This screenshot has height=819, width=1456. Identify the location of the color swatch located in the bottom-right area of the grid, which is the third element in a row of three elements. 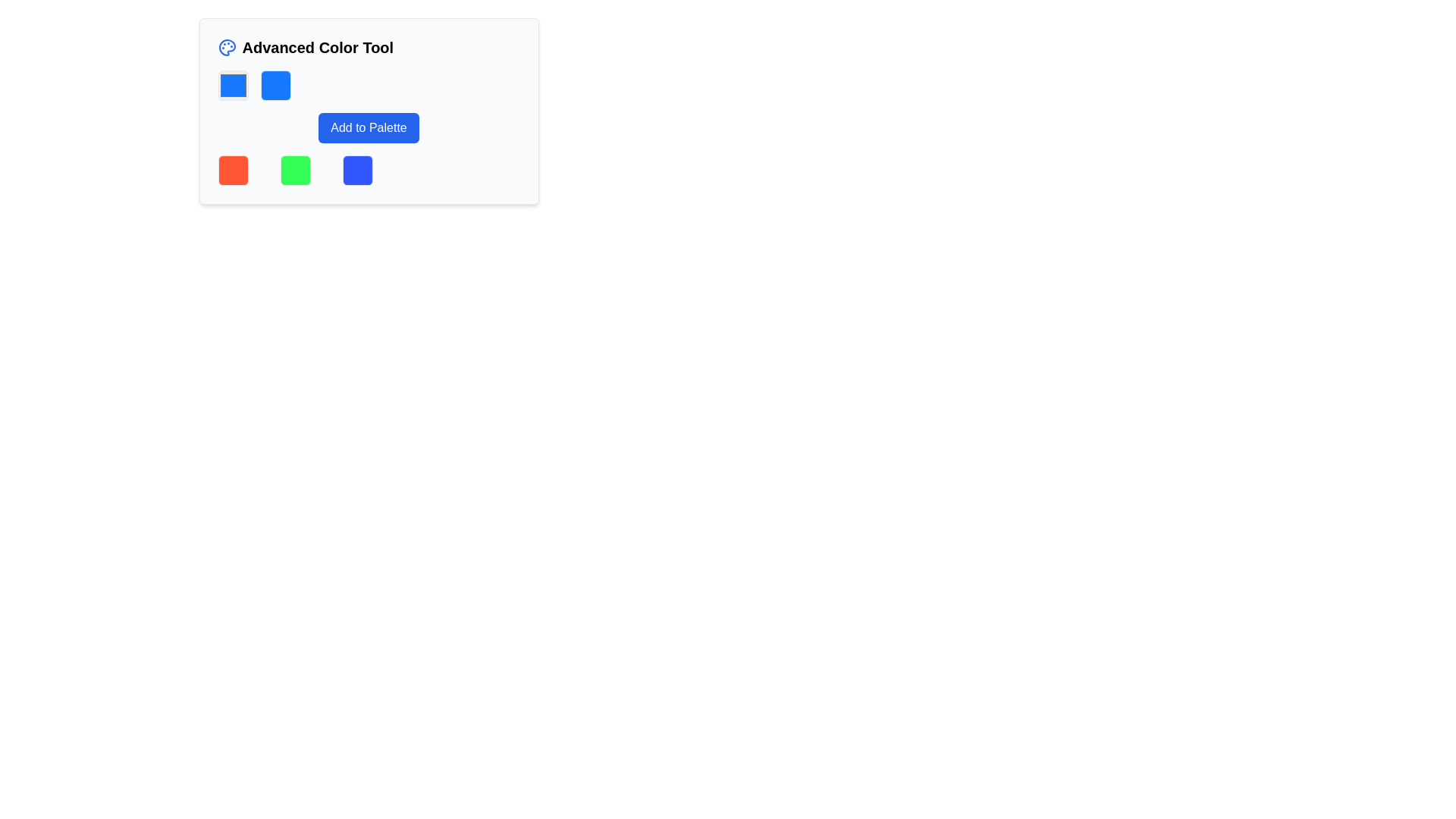
(356, 170).